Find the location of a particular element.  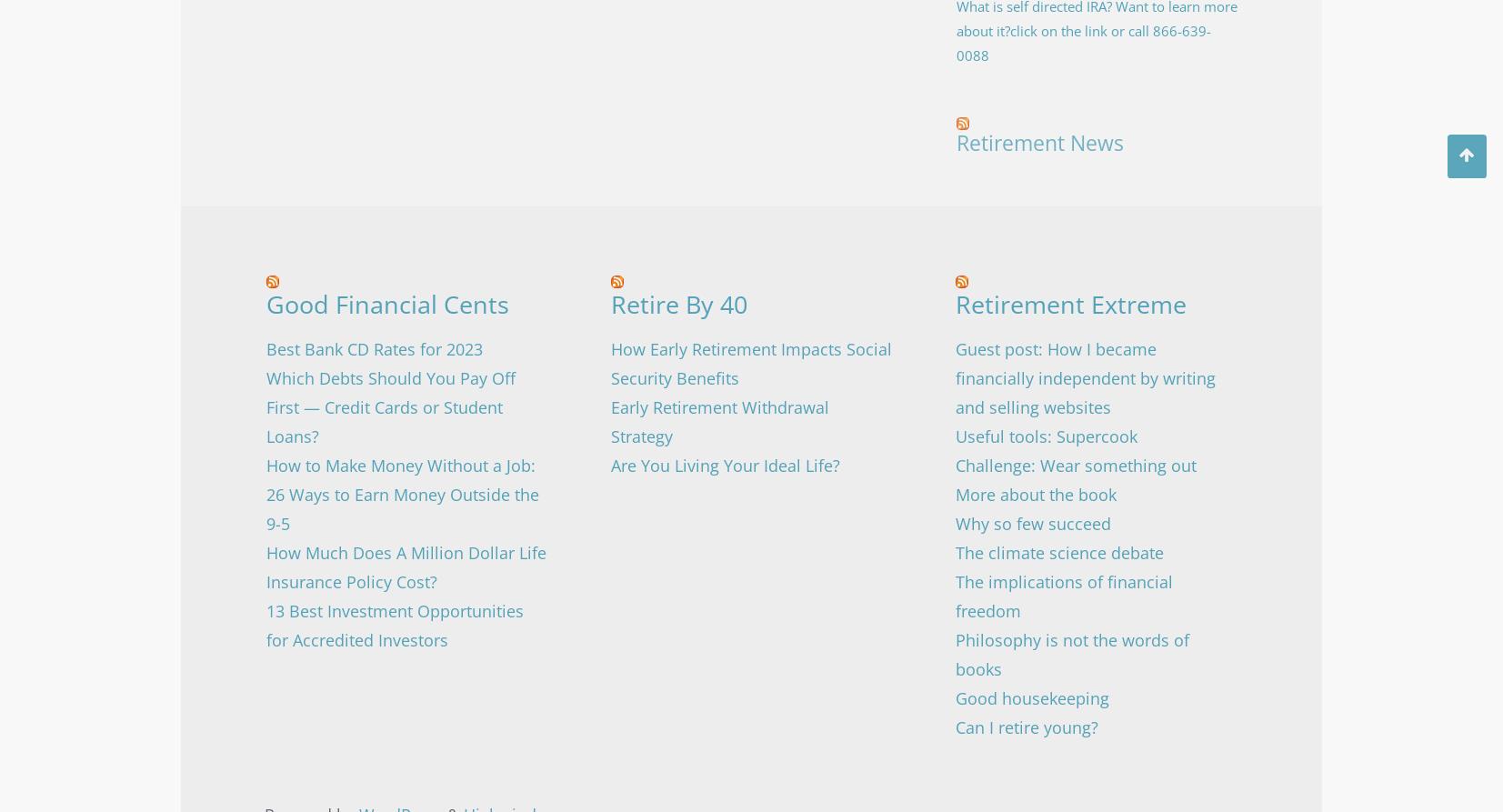

'Best Bank CD Rates for 2023' is located at coordinates (372, 348).